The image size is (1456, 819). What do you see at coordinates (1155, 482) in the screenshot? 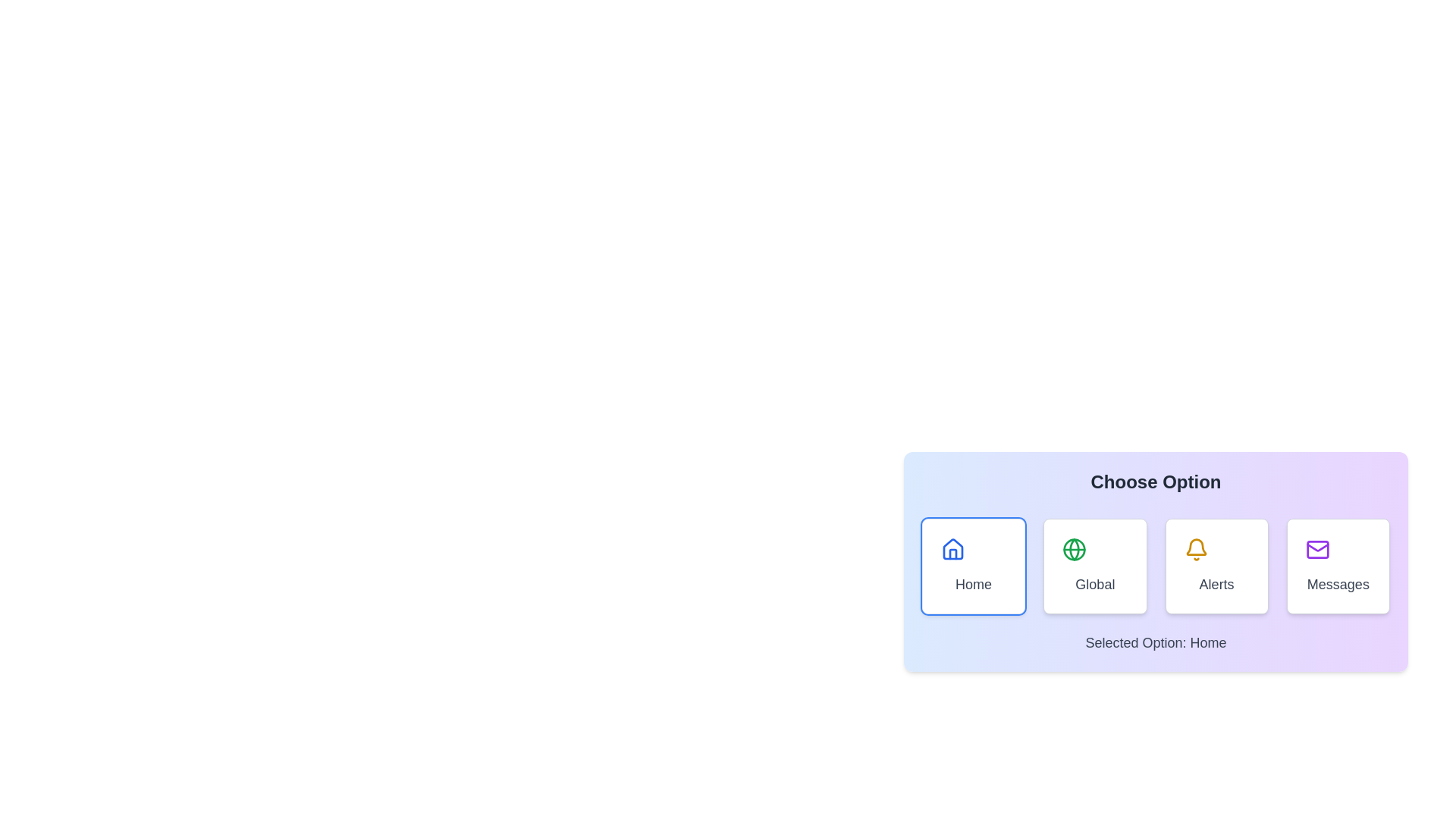
I see `the centered static text titled 'Choose Option', which is styled in bold and large font and positioned at the top of a card with a gradient background` at bounding box center [1155, 482].